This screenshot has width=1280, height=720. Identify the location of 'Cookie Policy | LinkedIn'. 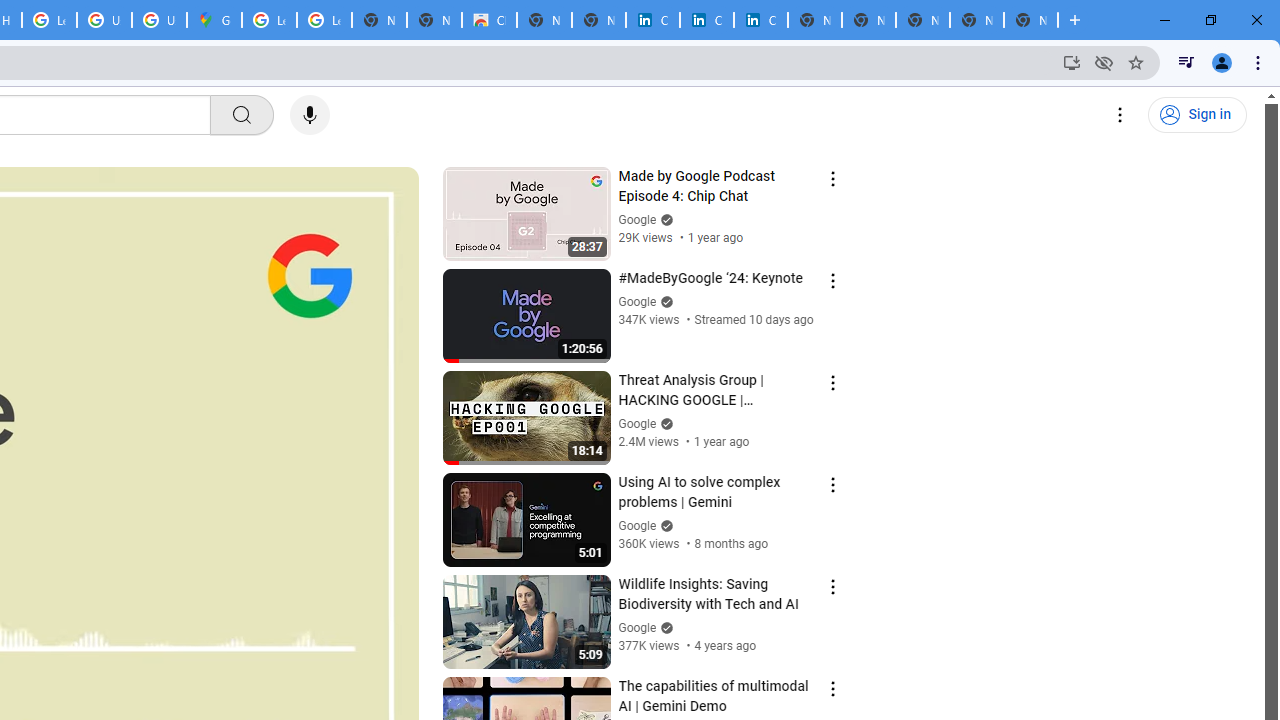
(652, 20).